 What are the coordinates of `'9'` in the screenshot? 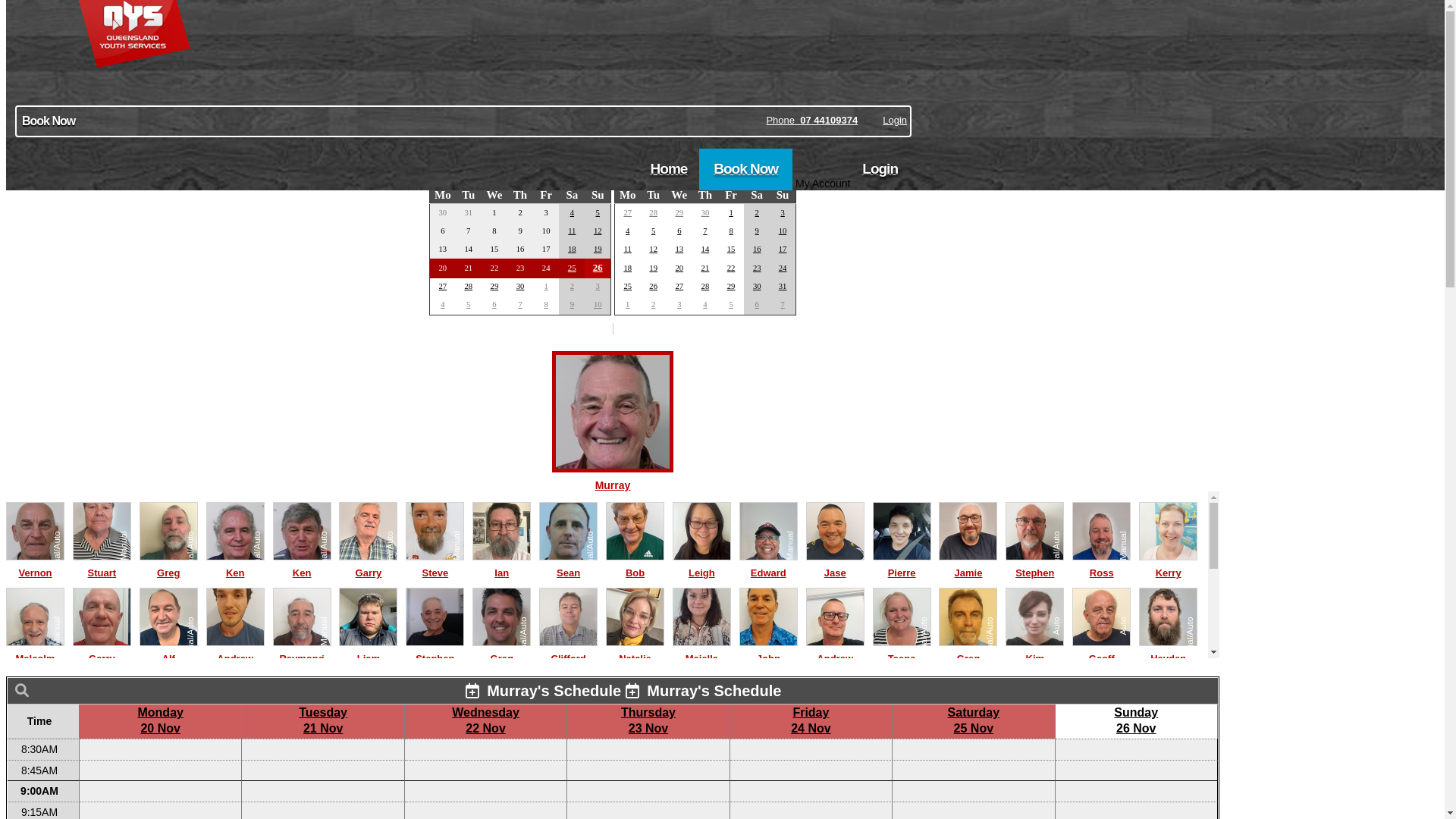 It's located at (755, 231).